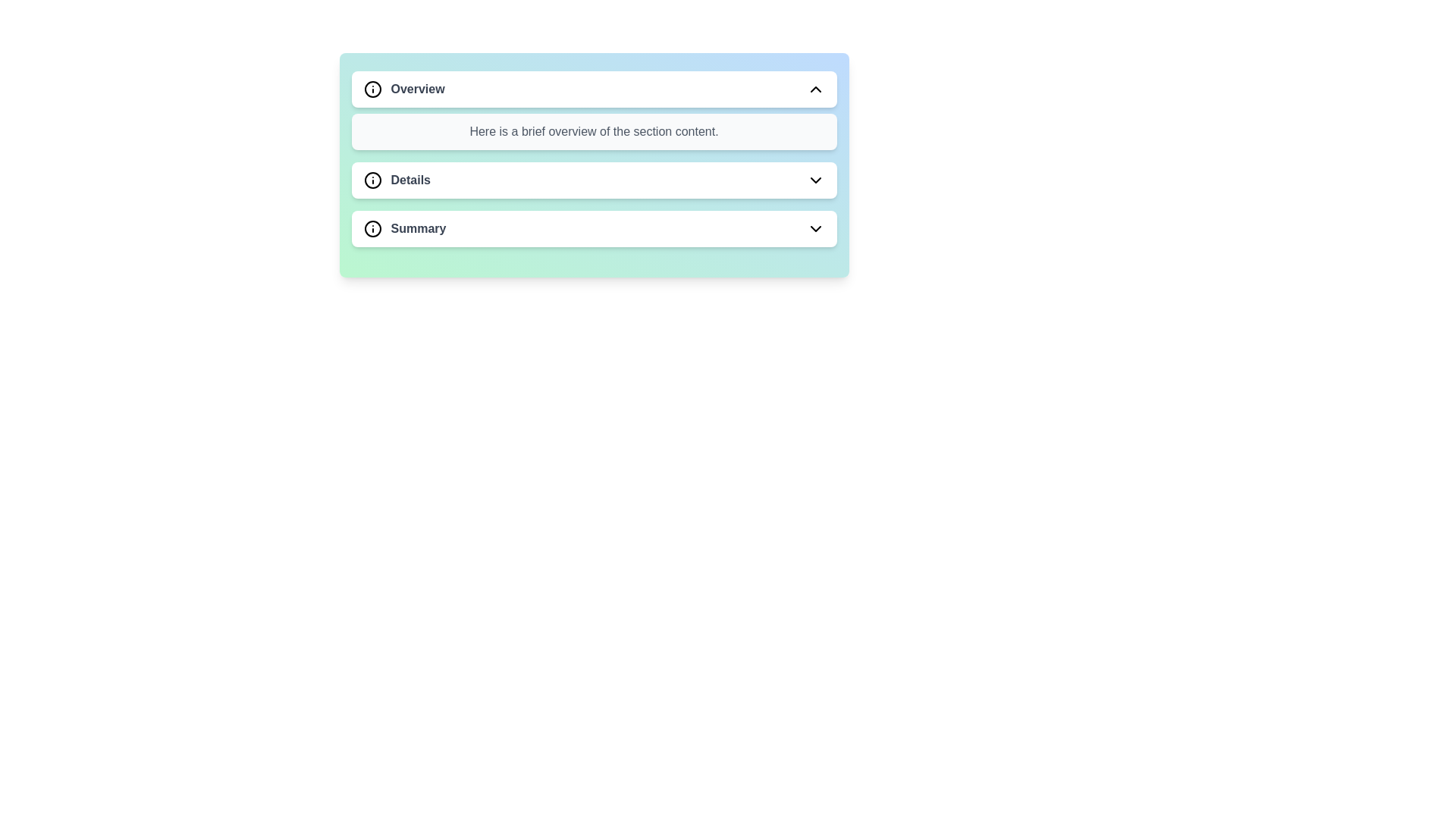 Image resolution: width=1456 pixels, height=819 pixels. I want to click on the downward-pointing chevron SVG icon located at the far-right edge of the 'Summary' row, so click(814, 228).